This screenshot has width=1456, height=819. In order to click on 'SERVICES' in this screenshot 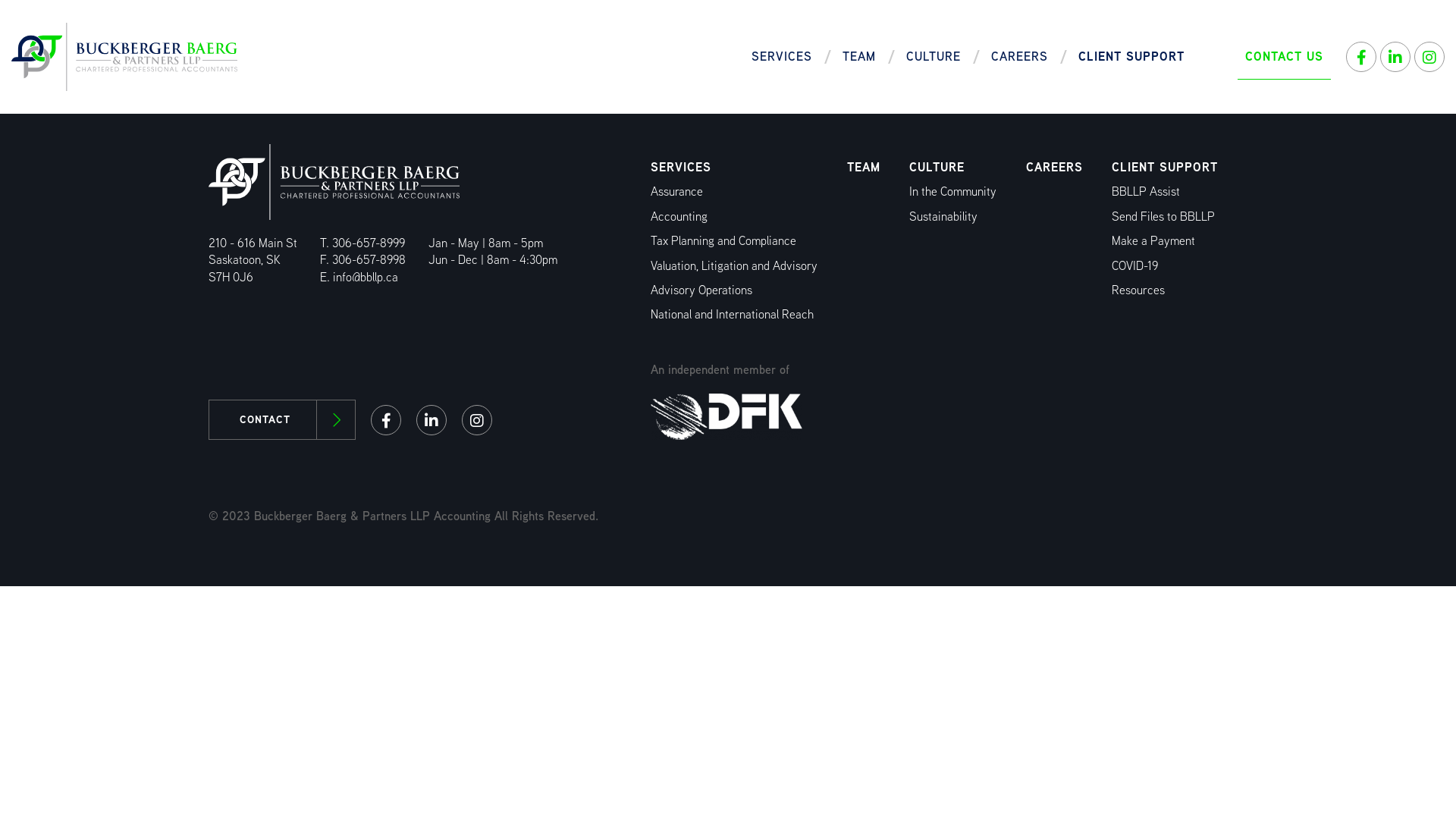, I will do `click(679, 167)`.